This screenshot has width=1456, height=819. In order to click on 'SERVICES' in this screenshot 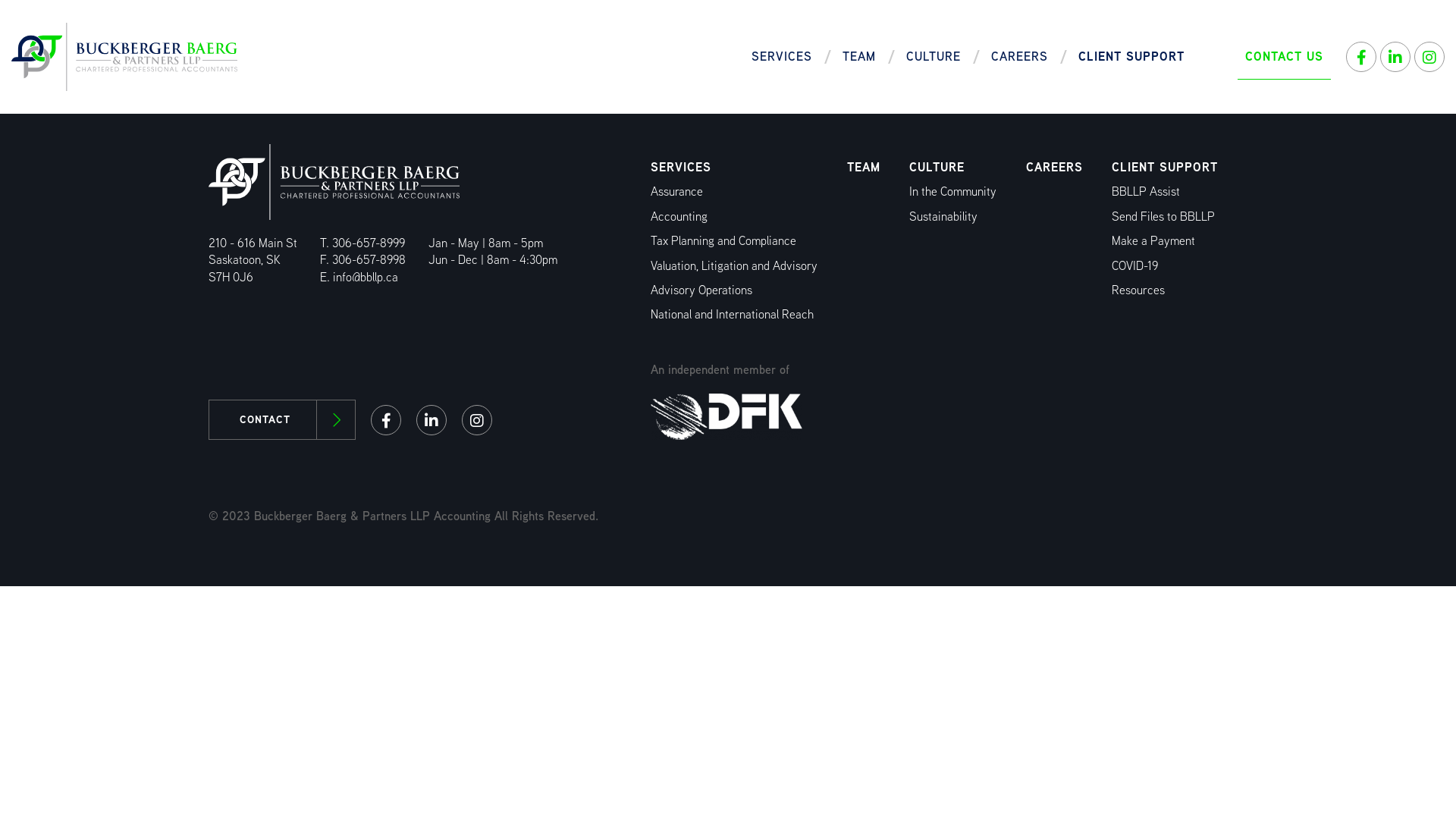, I will do `click(679, 167)`.